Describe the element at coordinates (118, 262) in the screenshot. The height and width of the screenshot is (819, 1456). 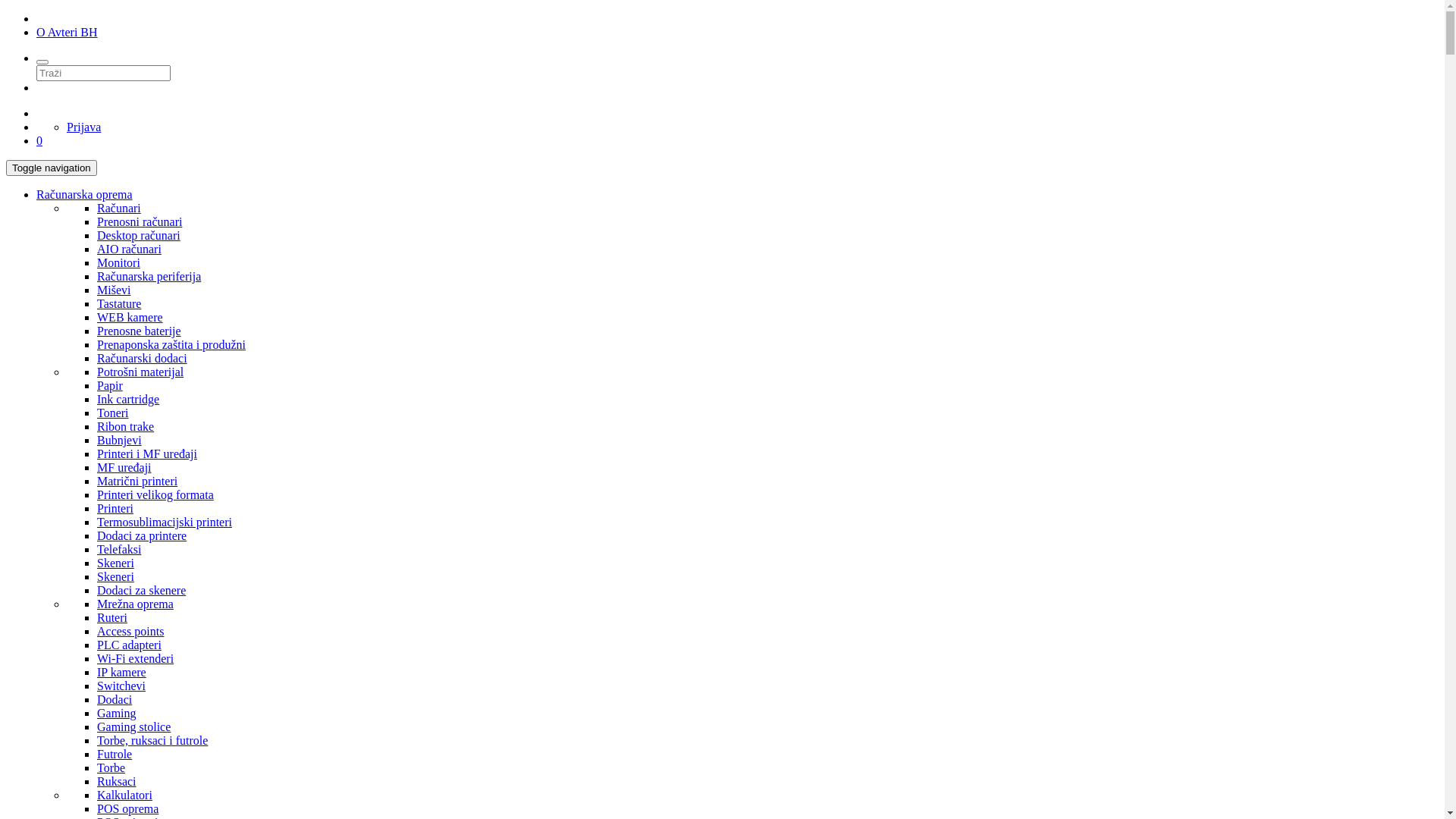
I see `'Monitori'` at that location.